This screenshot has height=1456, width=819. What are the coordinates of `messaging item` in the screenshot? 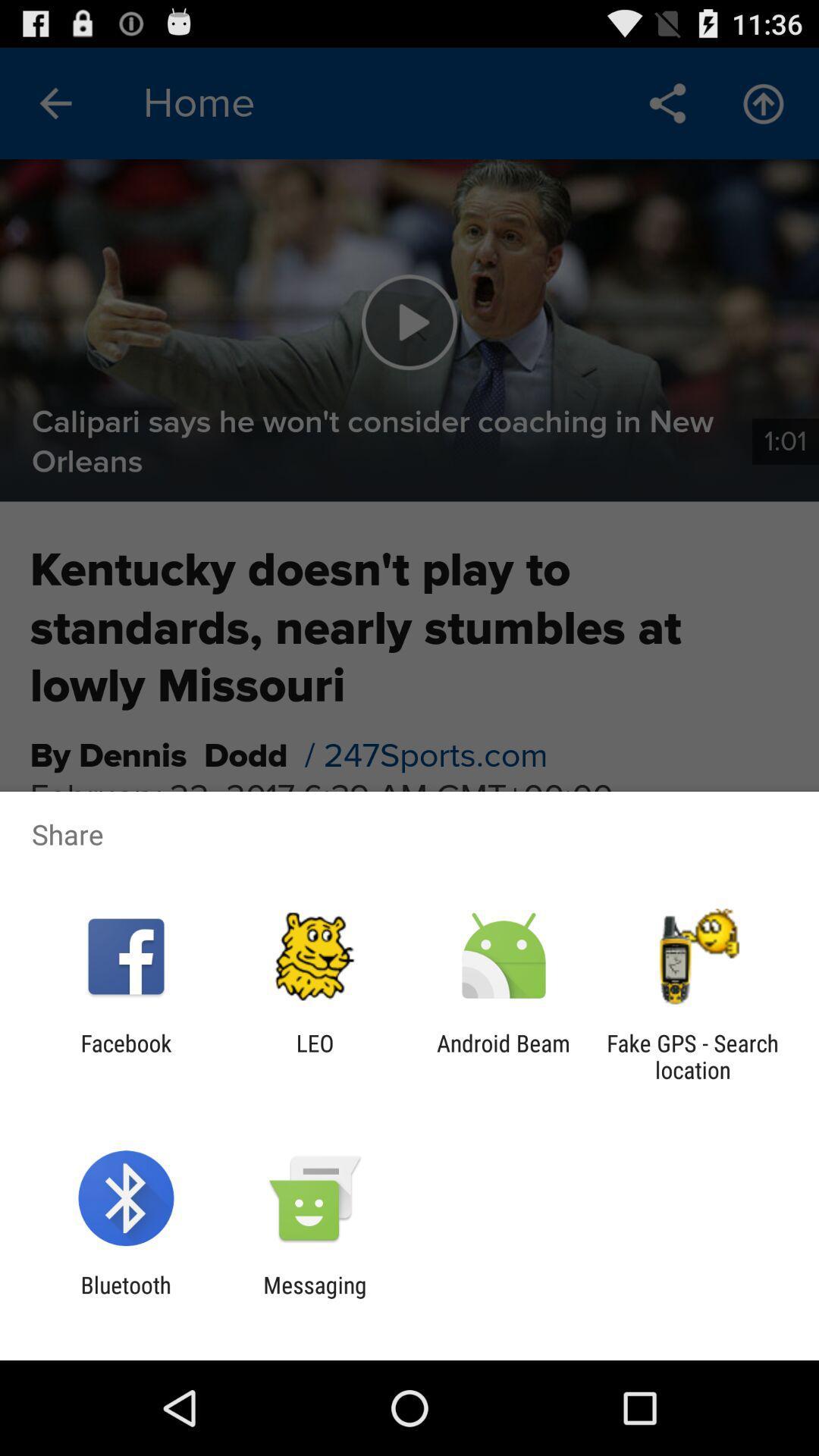 It's located at (314, 1298).